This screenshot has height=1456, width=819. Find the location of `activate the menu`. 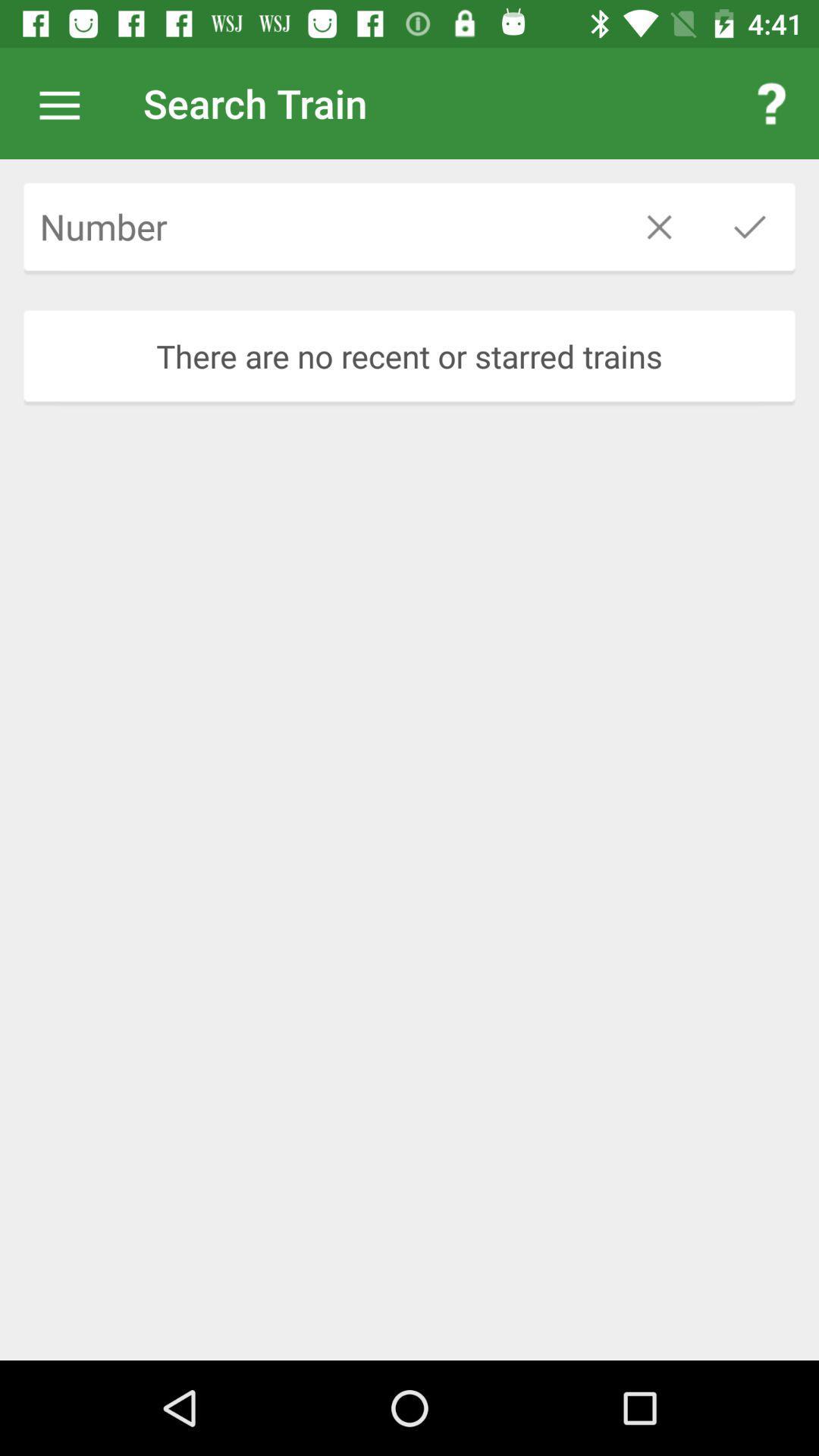

activate the menu is located at coordinates (67, 102).